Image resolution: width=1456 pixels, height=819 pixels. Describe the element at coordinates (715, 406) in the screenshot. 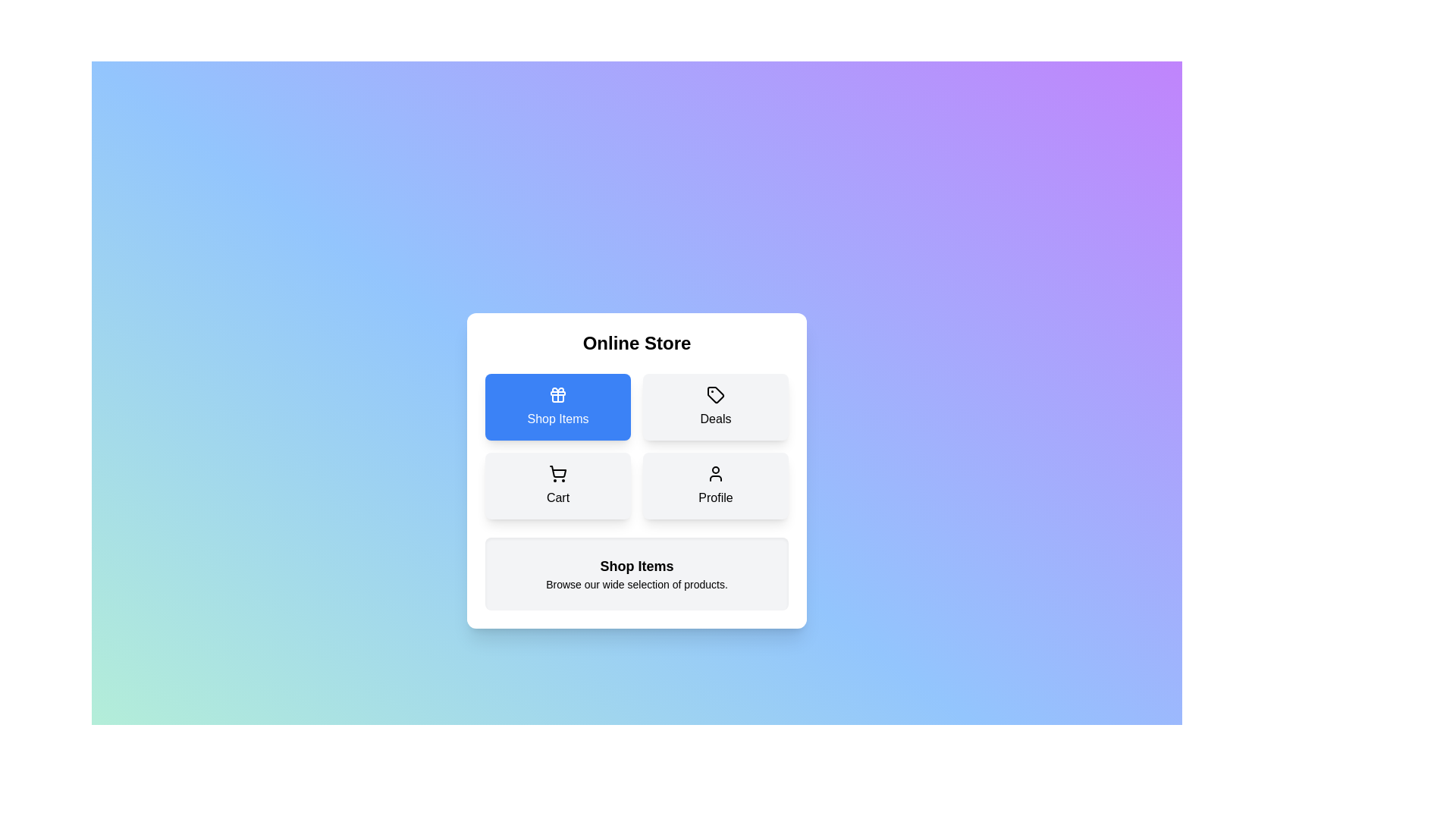

I see `the tab Deals by clicking on its respective button` at that location.